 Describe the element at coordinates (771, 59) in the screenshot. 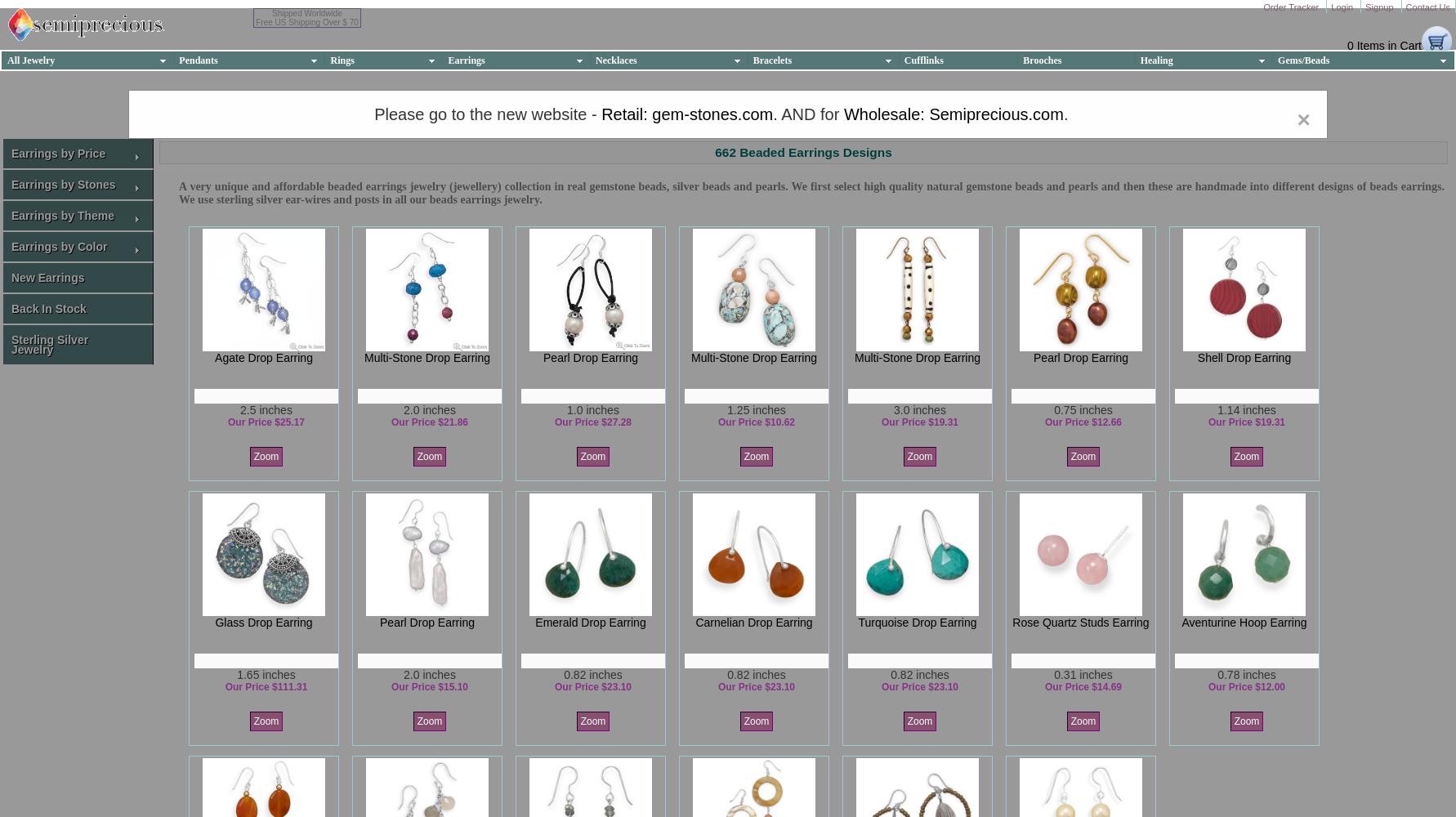

I see `'Bracelets'` at that location.